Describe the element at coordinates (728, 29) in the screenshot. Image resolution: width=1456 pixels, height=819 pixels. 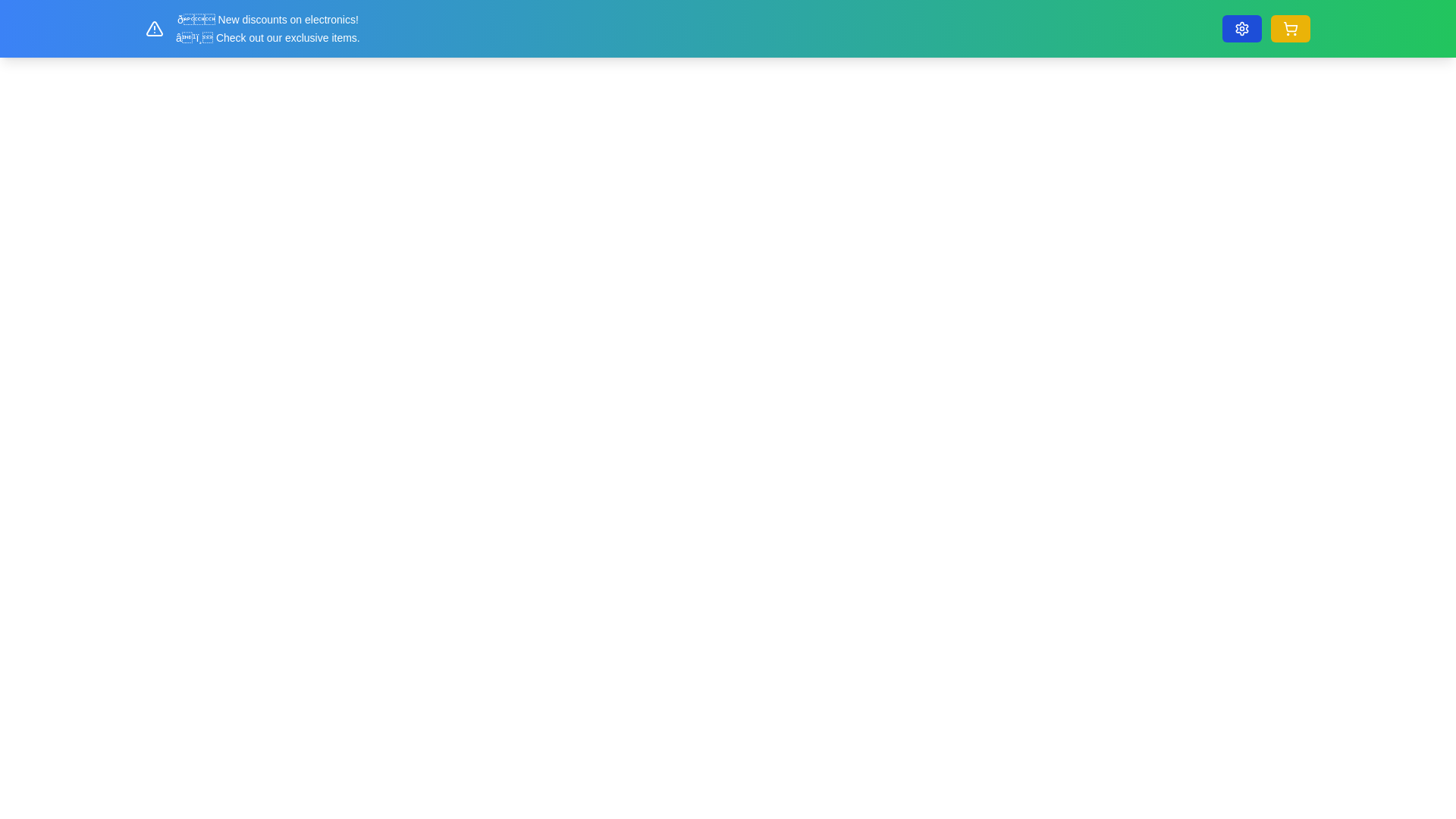
I see `the Notification banner` at that location.